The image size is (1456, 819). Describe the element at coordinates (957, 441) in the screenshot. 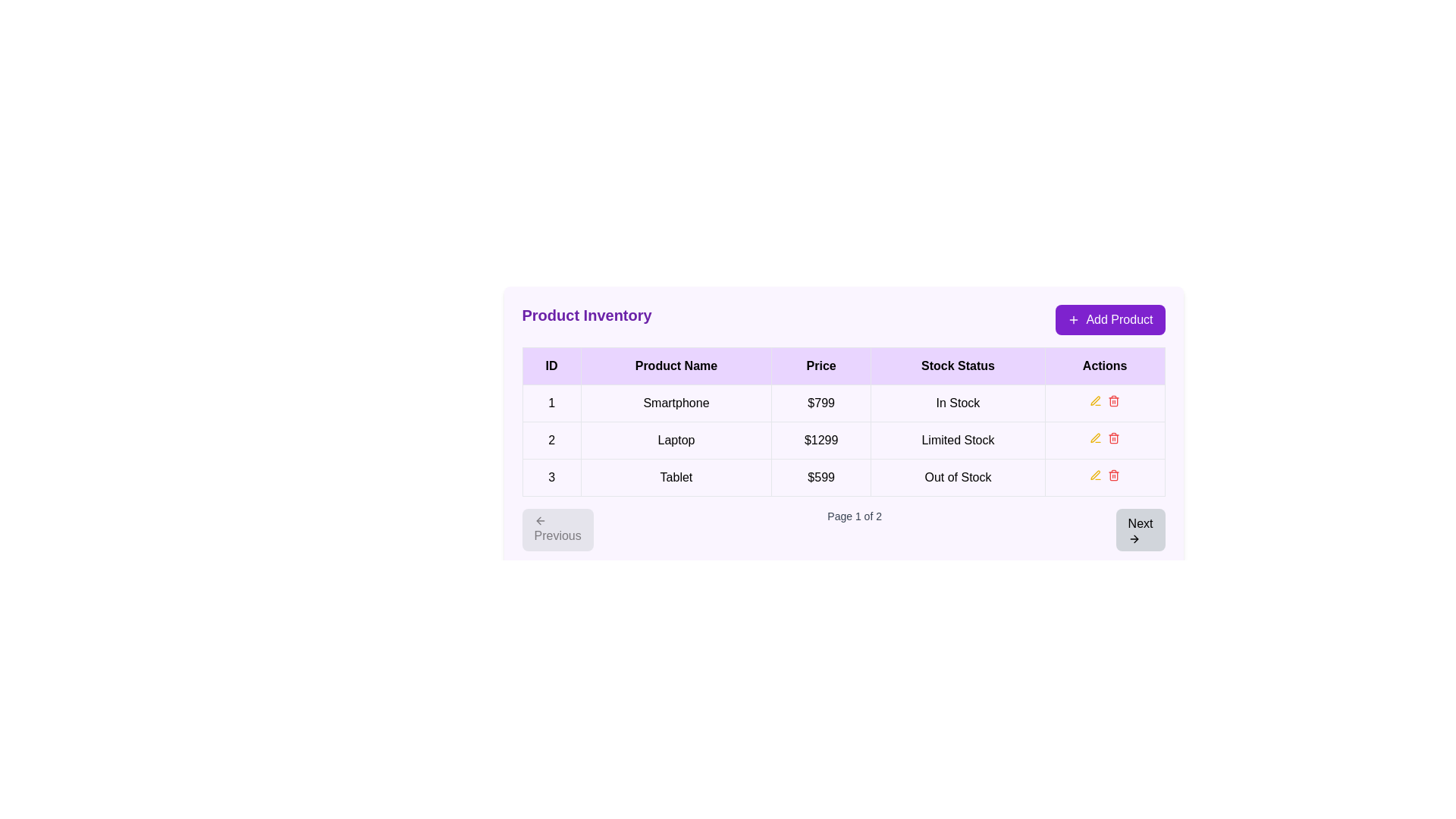

I see `the 'Limited Stock' text label located in the 'Stock Status' column of the product table` at that location.